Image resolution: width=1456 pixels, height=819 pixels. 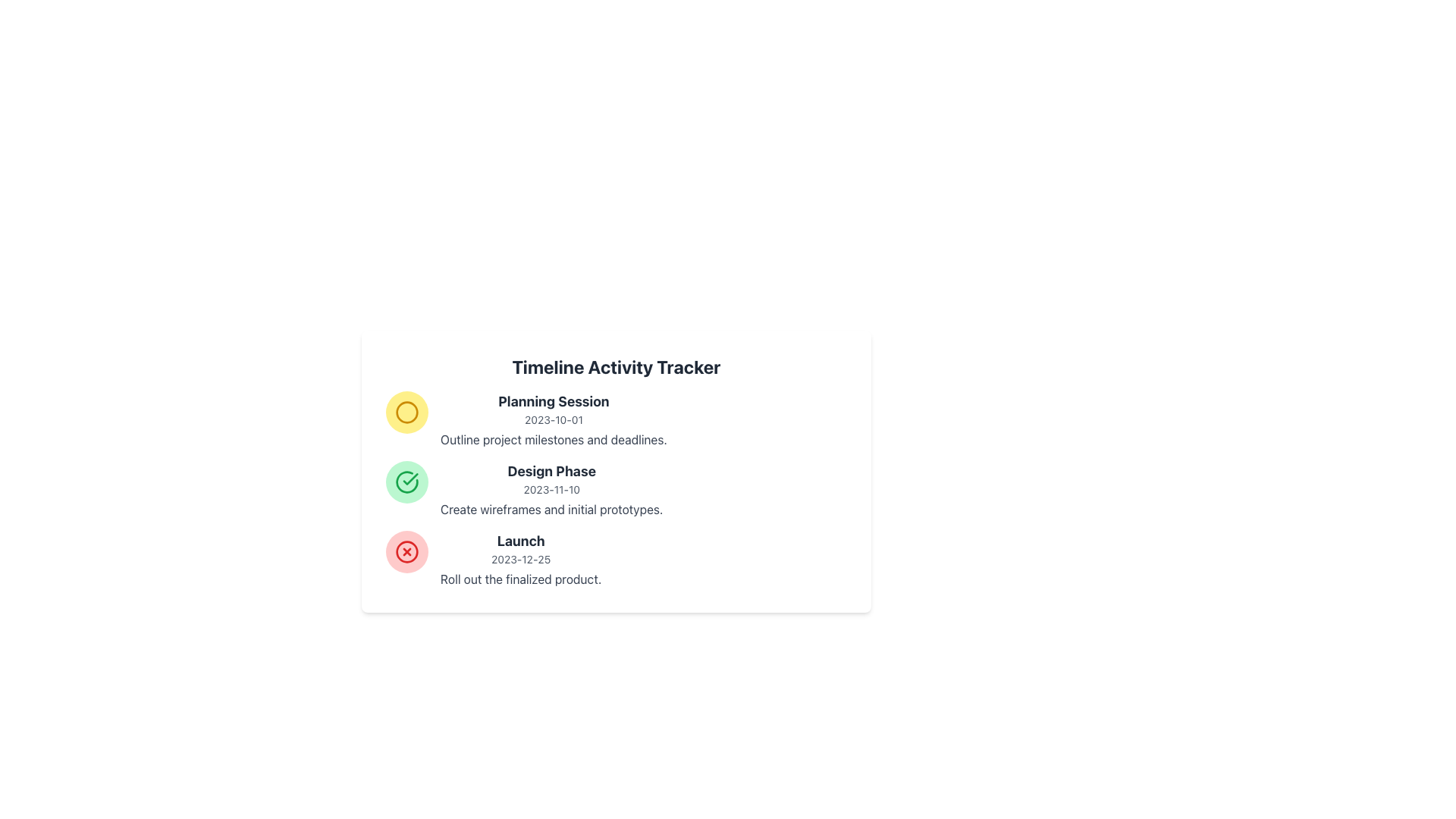 I want to click on the second Static Text Block in the 'Timeline Activity Tracker' section, so click(x=551, y=489).